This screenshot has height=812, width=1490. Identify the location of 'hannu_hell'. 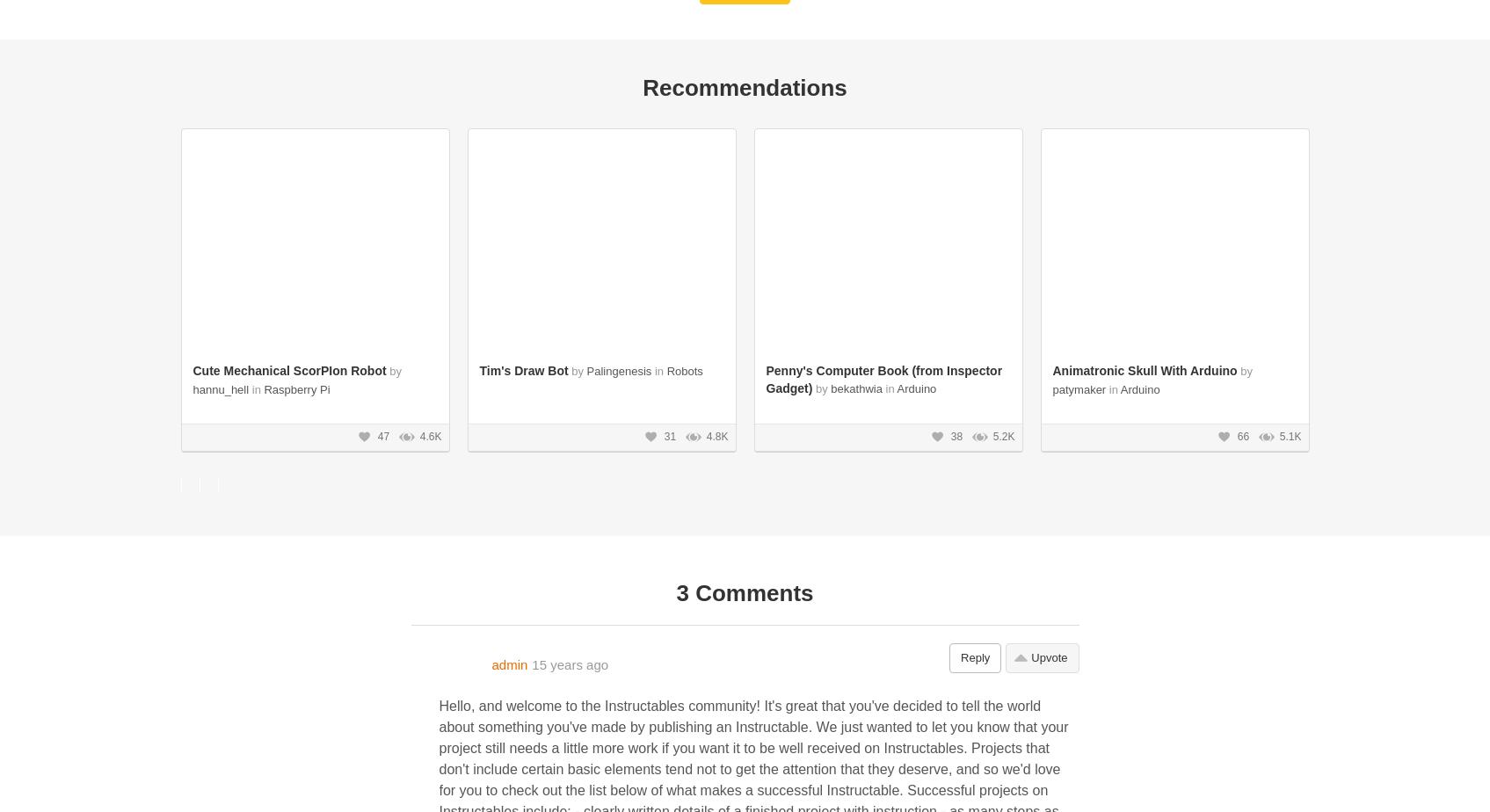
(220, 389).